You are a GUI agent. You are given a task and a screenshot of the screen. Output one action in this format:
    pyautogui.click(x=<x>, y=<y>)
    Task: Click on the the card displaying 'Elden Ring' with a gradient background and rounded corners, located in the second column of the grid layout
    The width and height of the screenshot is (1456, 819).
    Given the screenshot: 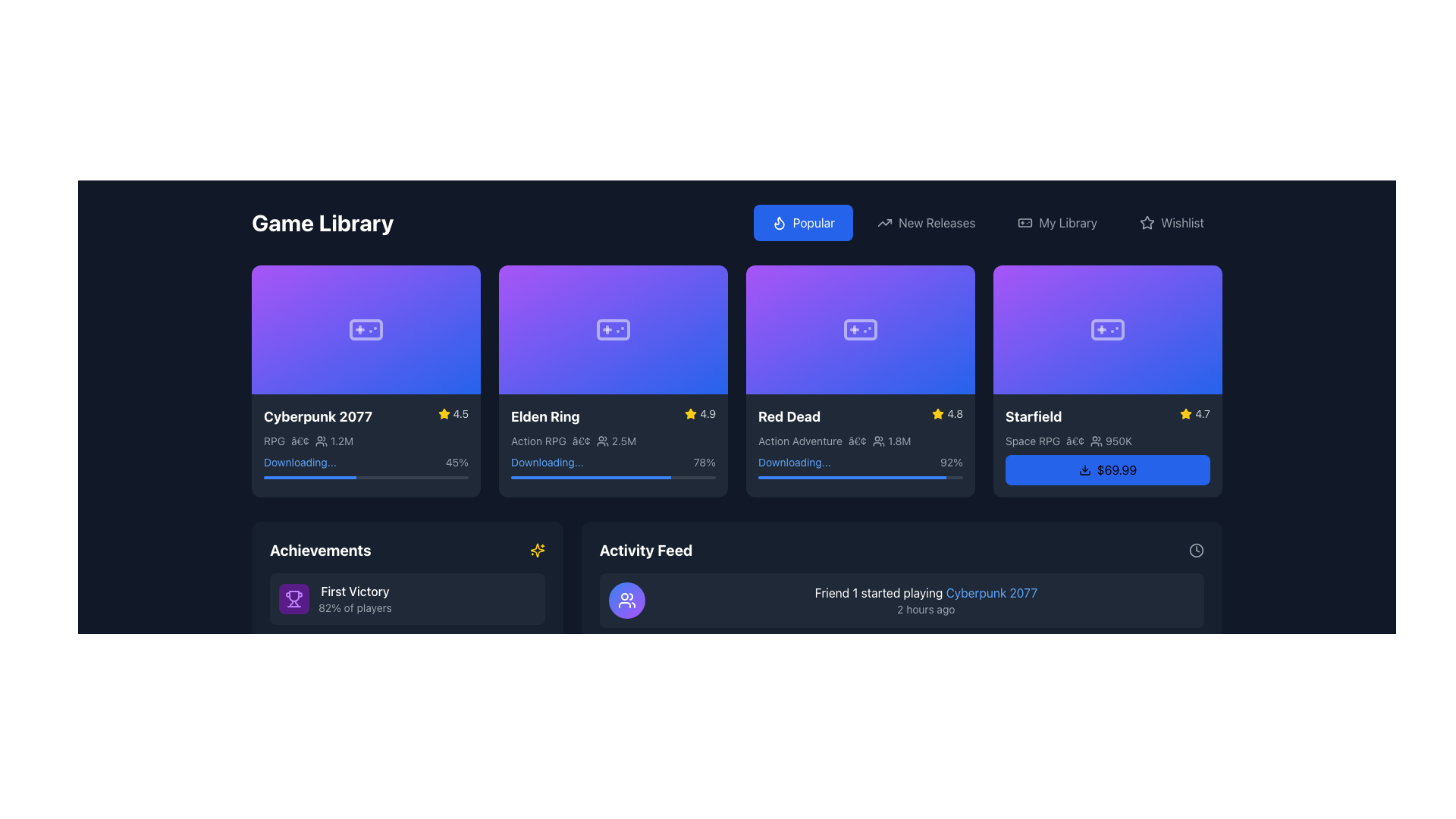 What is the action you would take?
    pyautogui.click(x=613, y=379)
    